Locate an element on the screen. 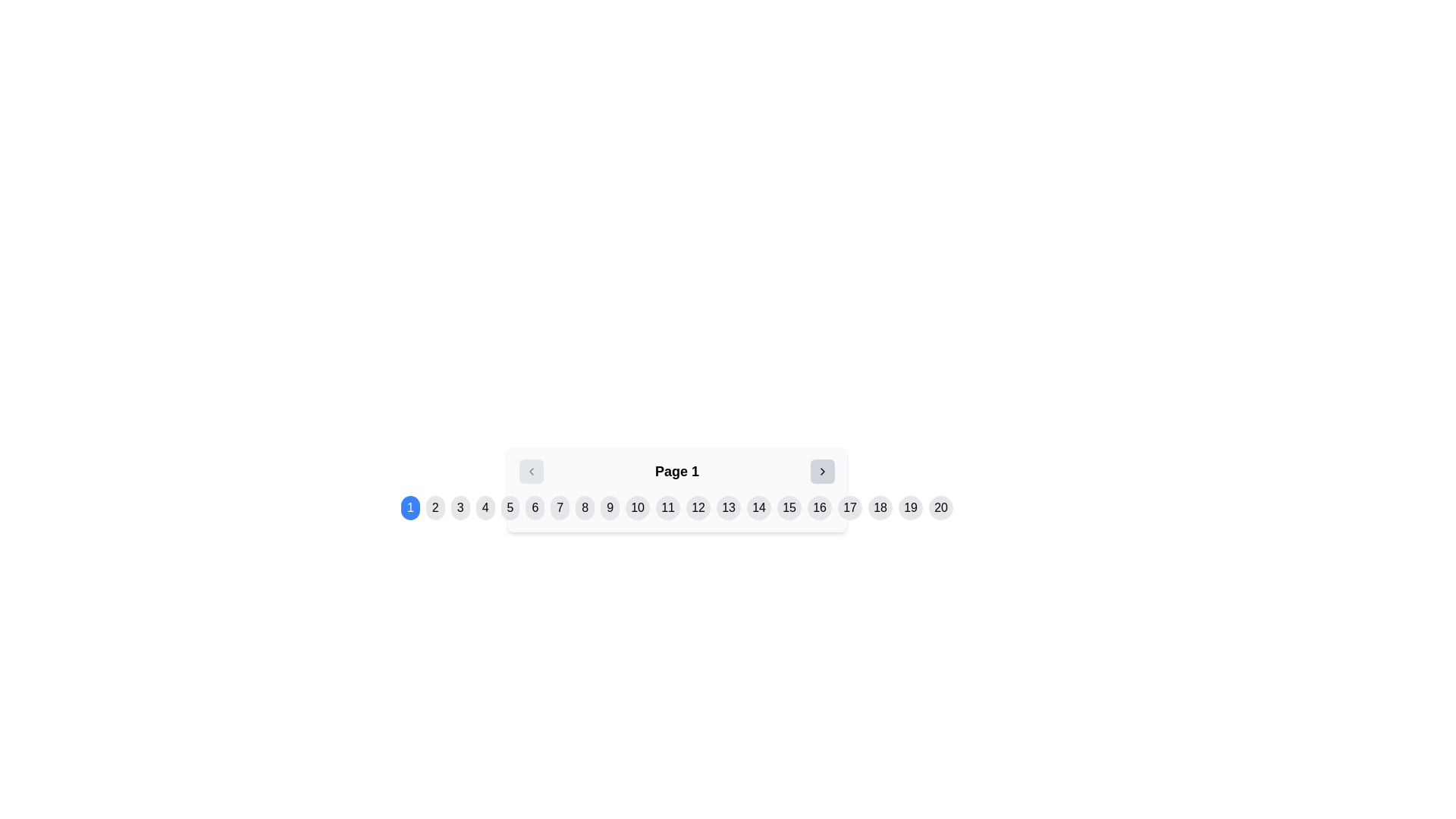 The height and width of the screenshot is (819, 1456). the chevron icon embedded in the left navigation button is located at coordinates (531, 470).